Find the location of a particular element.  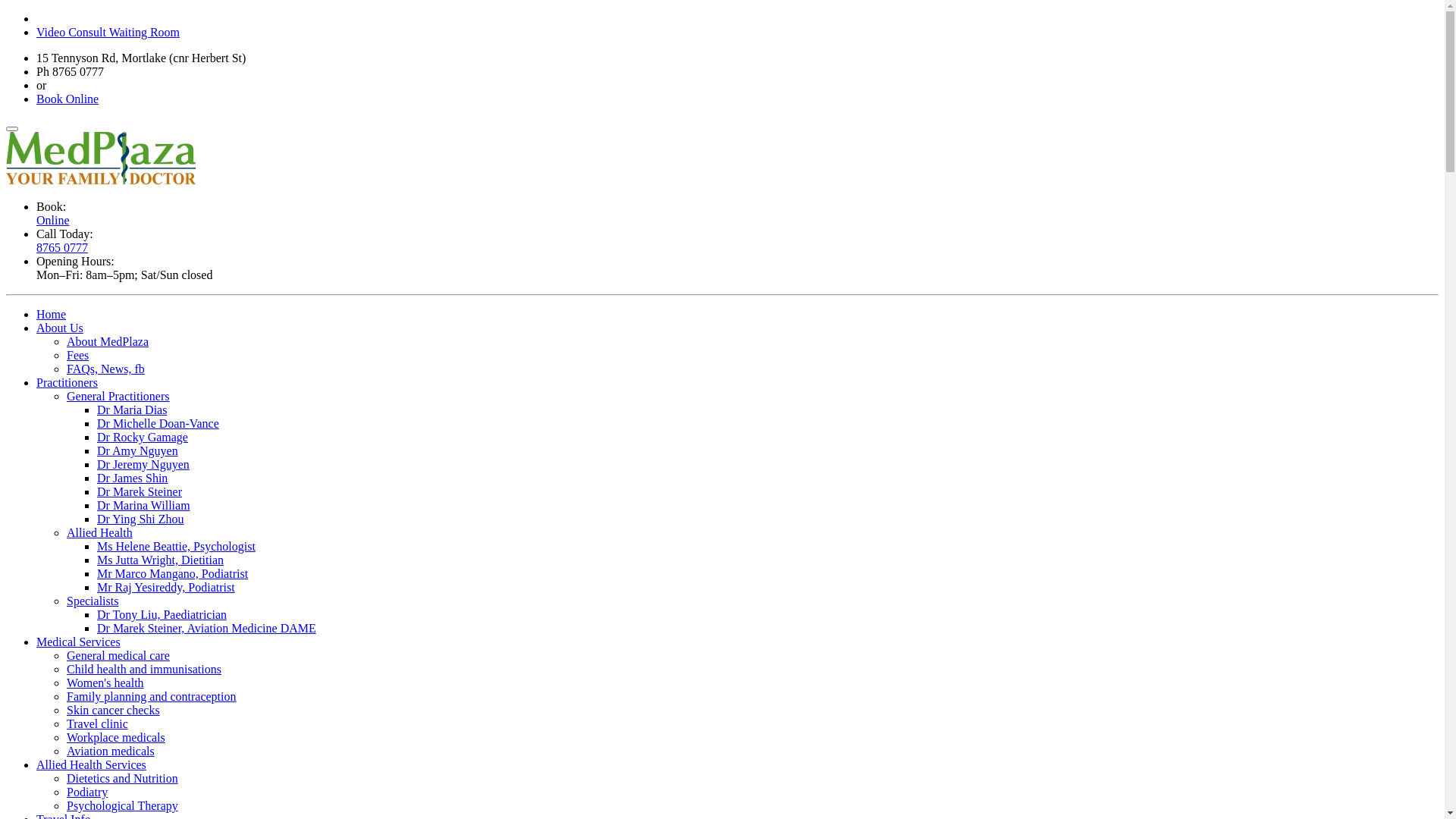

'Allied Health' is located at coordinates (65, 532).